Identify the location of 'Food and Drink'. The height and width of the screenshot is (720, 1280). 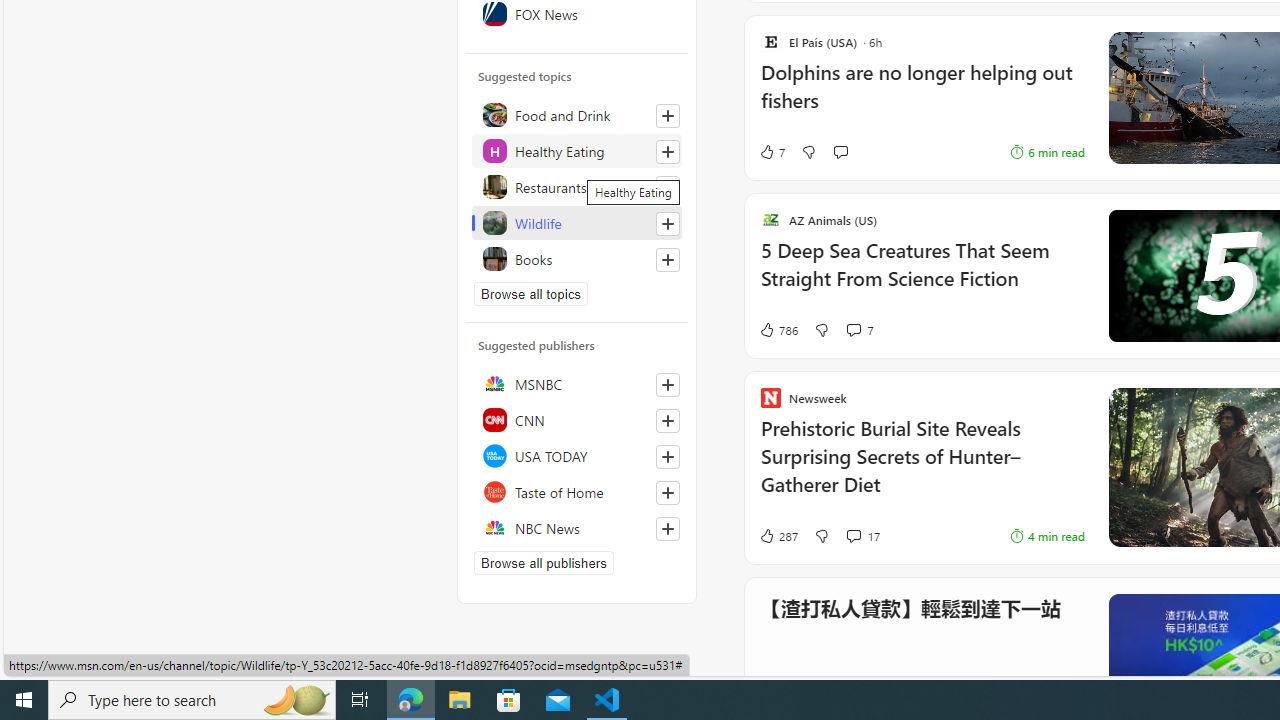
(576, 114).